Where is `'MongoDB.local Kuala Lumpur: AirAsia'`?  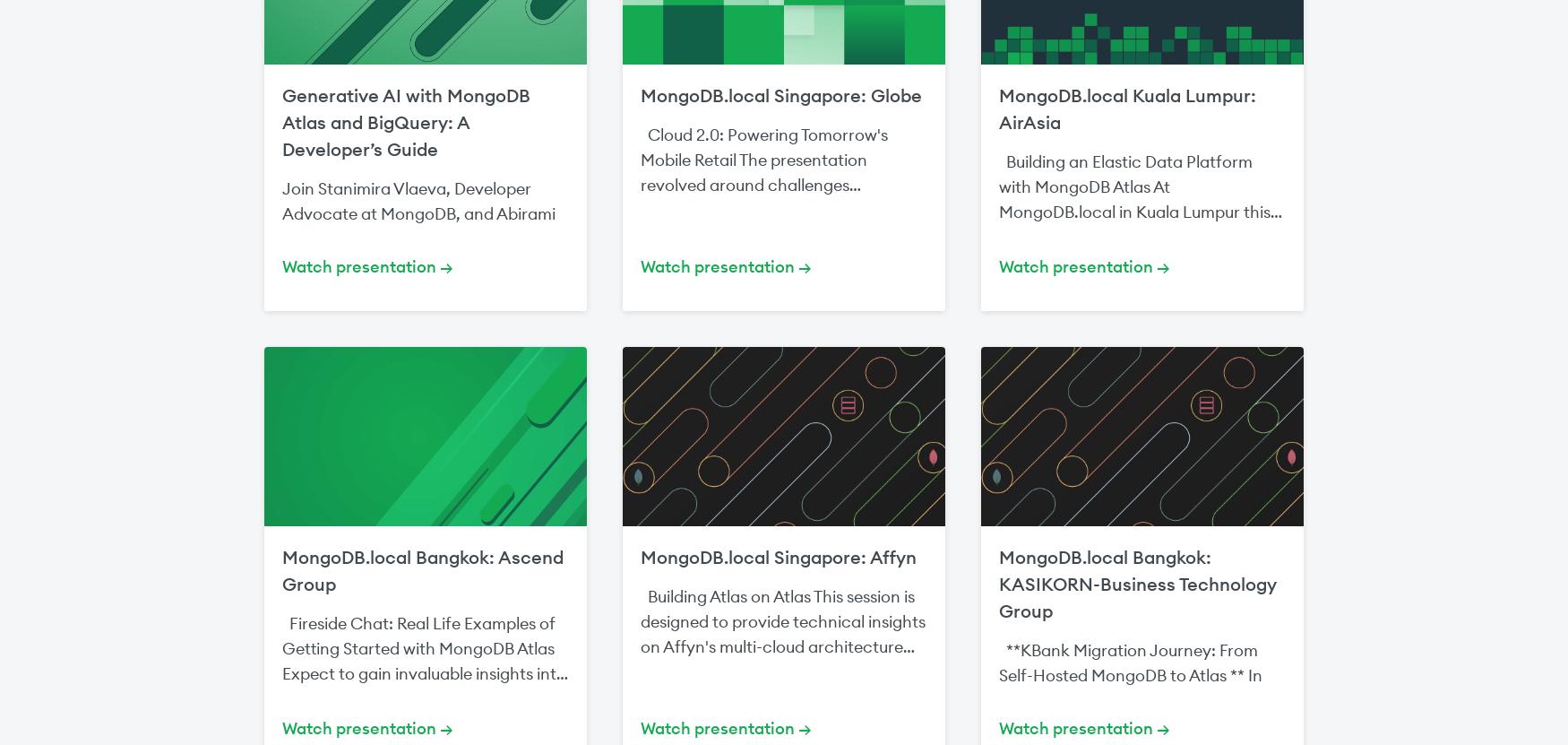 'MongoDB.local Kuala Lumpur: AirAsia' is located at coordinates (1126, 108).